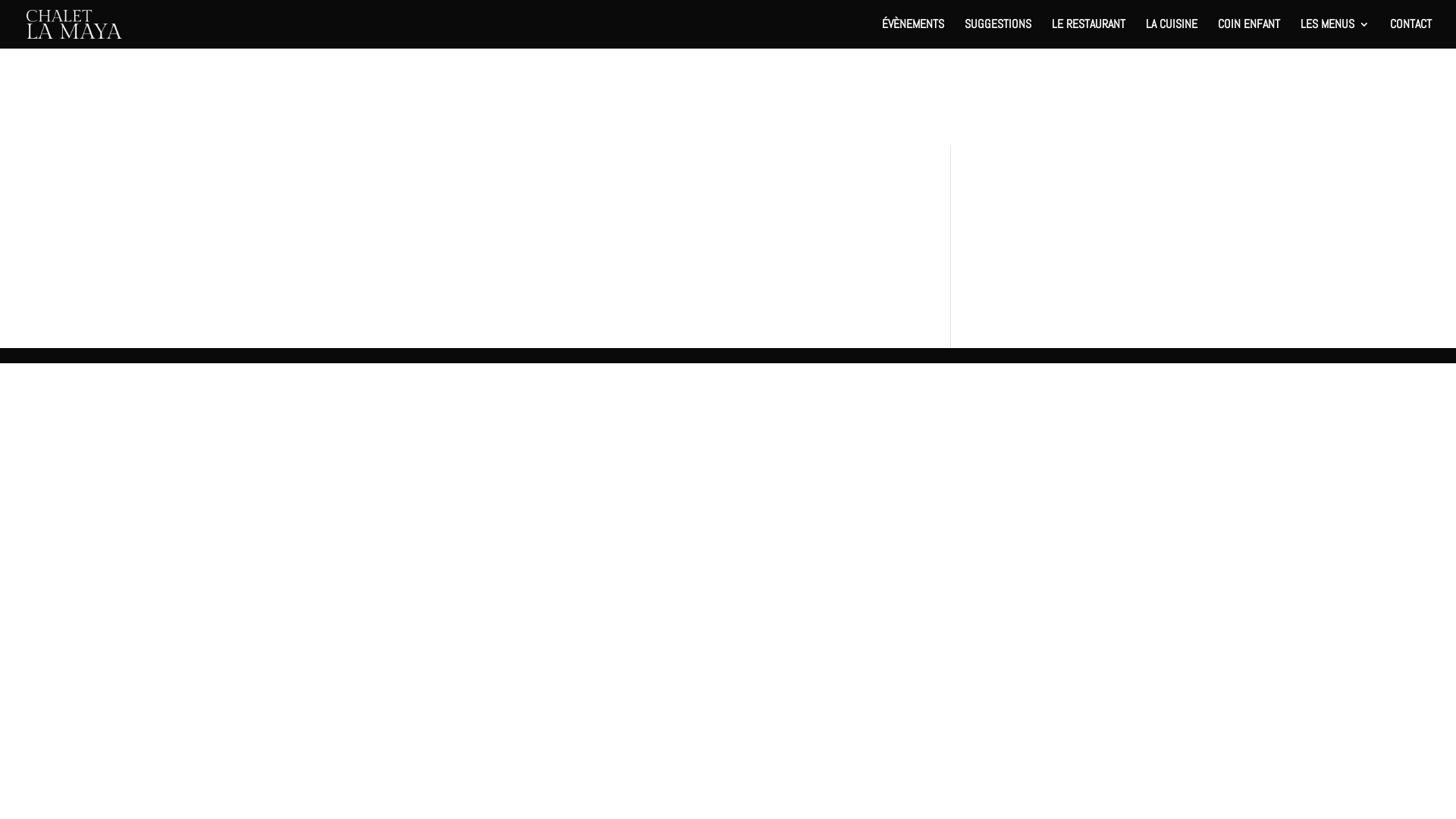  Describe the element at coordinates (1087, 33) in the screenshot. I see `'LE RESTAURANT'` at that location.